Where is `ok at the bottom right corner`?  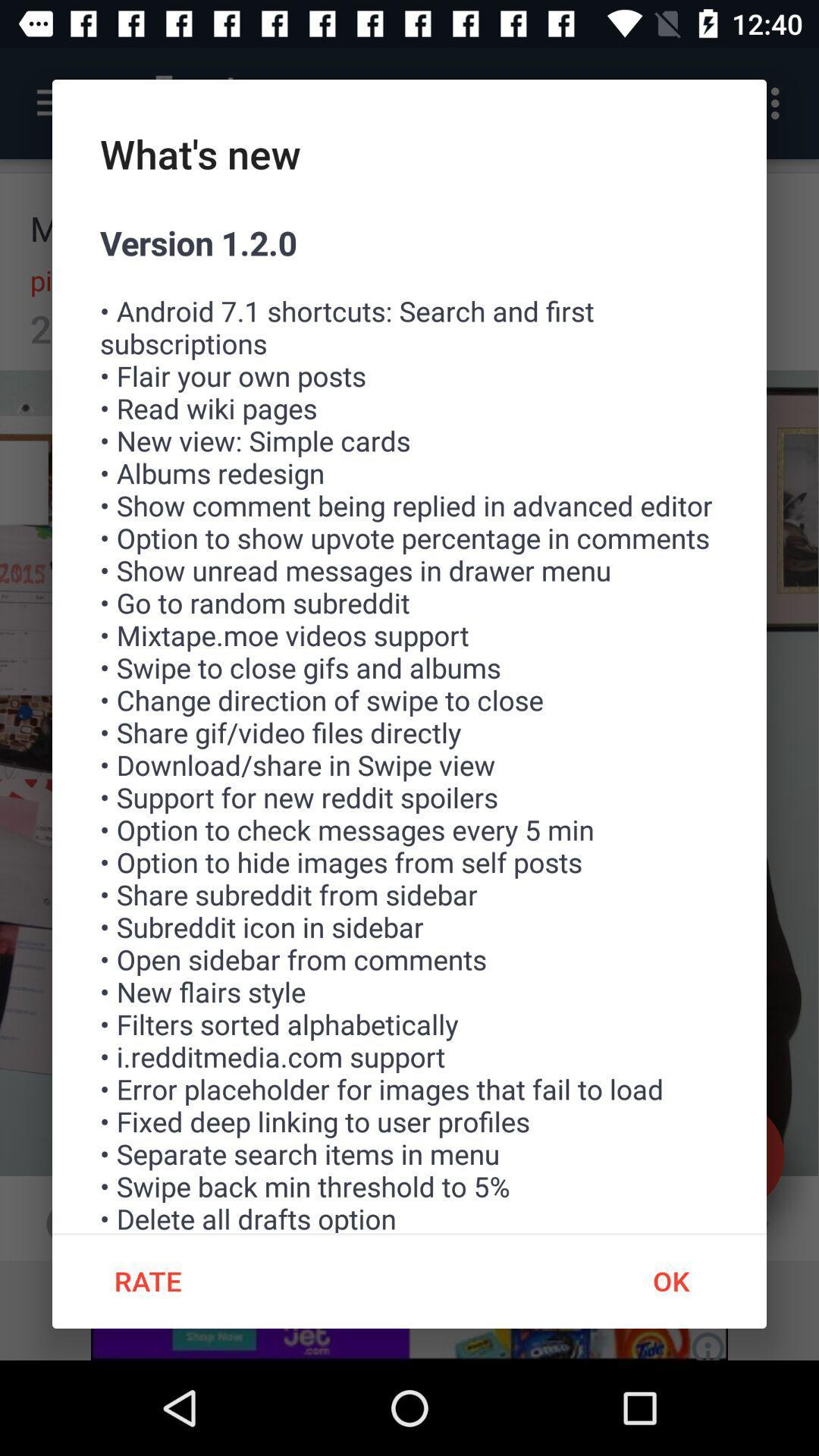
ok at the bottom right corner is located at coordinates (670, 1280).